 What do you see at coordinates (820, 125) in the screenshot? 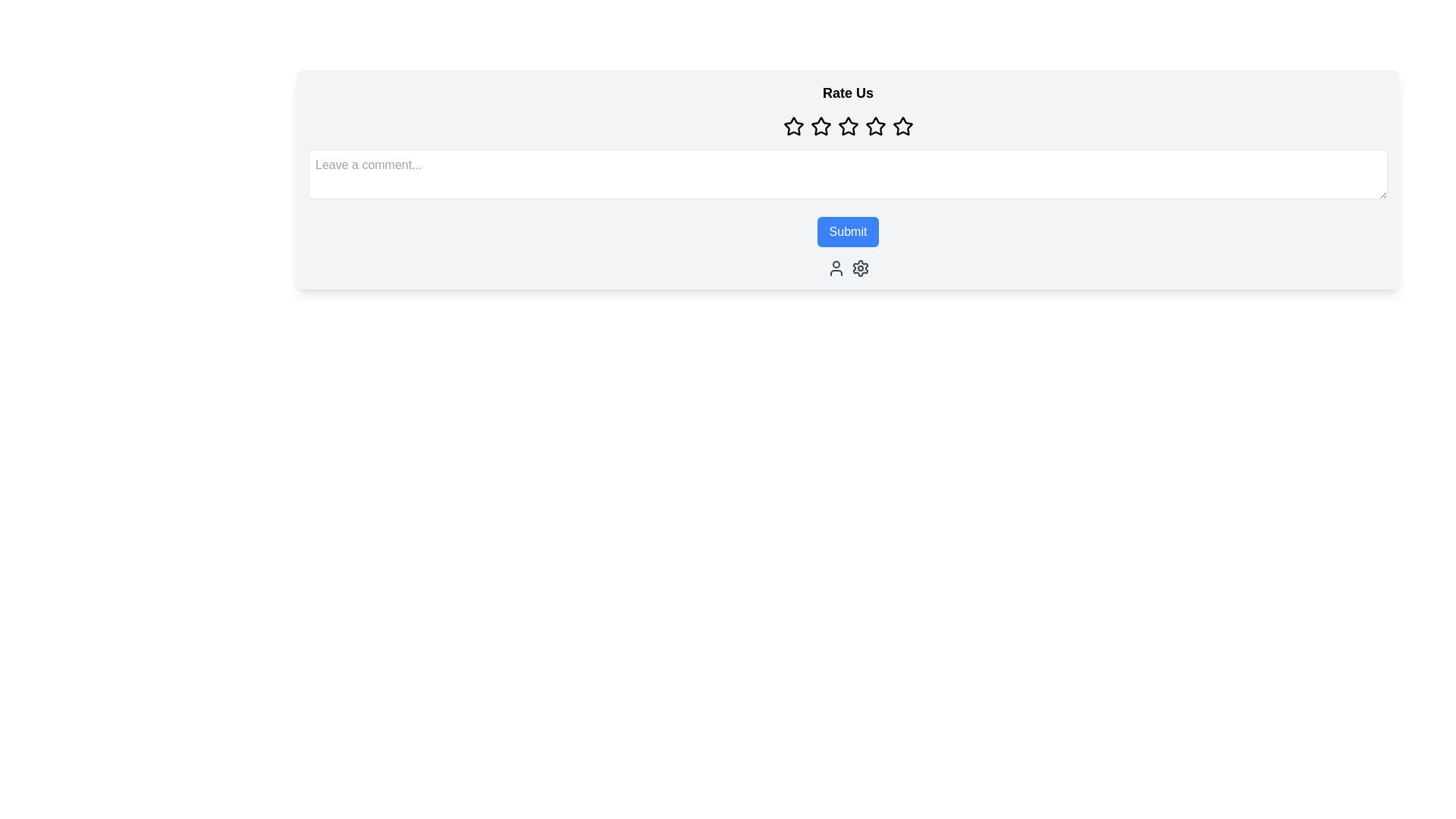
I see `the second star icon in the horizontal rating mechanism to provide a rating` at bounding box center [820, 125].